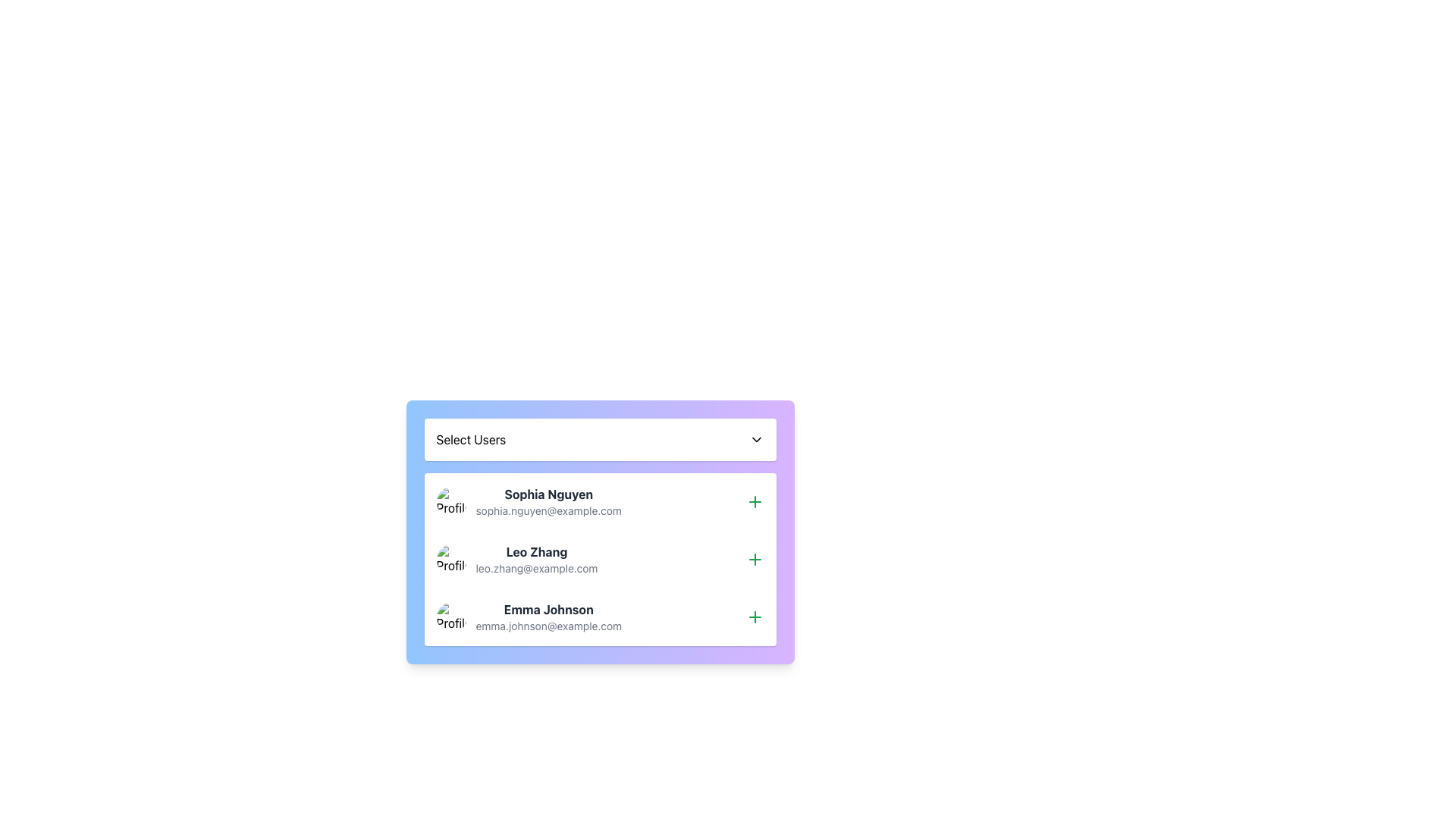  I want to click on the text block that displays the user's name and email address, which is the third user entry in the list, located below 'Sophia Nguyen' and 'Leo Zhang', and aligned to the right of a circular avatar image, so click(548, 617).